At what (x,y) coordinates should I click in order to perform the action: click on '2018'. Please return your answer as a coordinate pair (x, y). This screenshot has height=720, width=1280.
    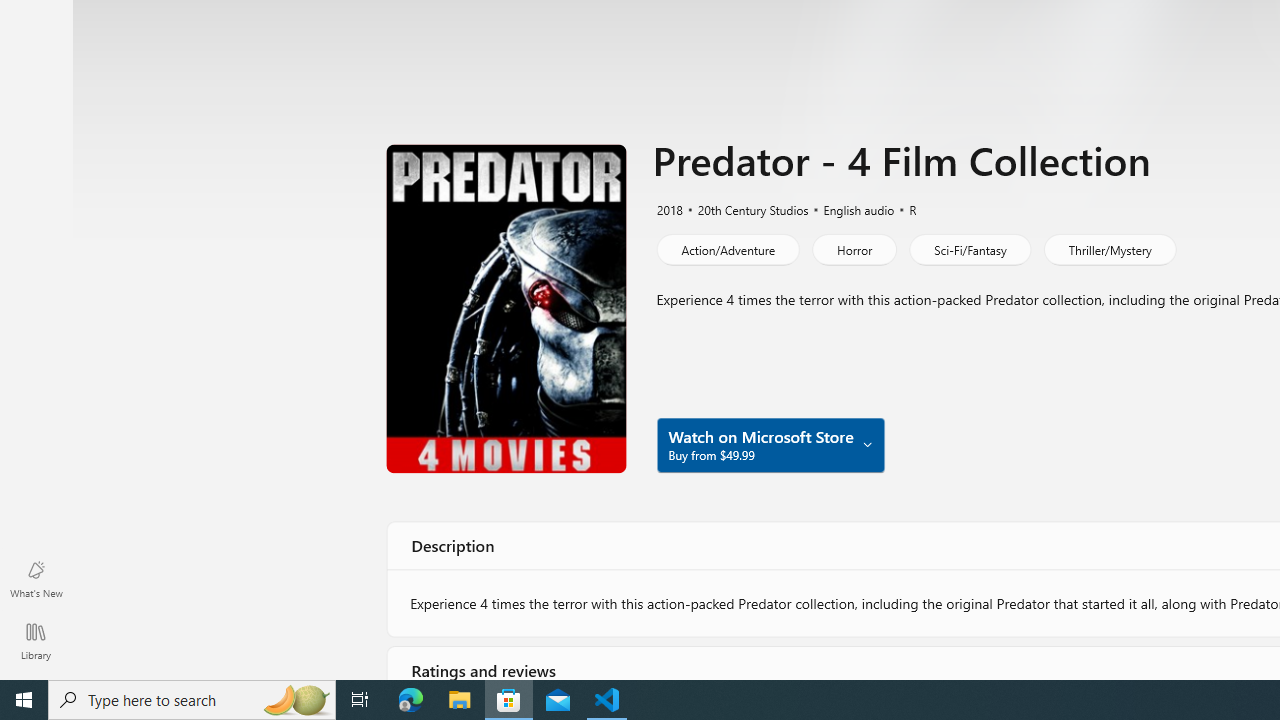
    Looking at the image, I should click on (668, 208).